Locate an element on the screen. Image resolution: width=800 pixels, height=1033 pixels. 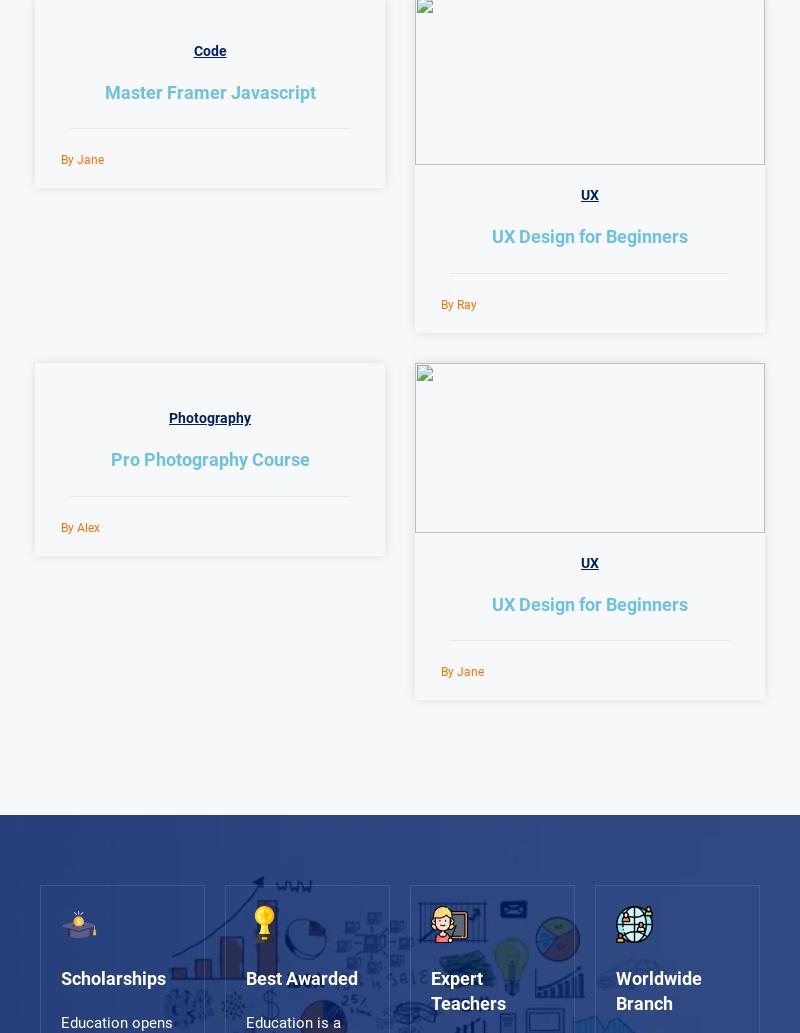
'Worldwide Branch' is located at coordinates (616, 989).